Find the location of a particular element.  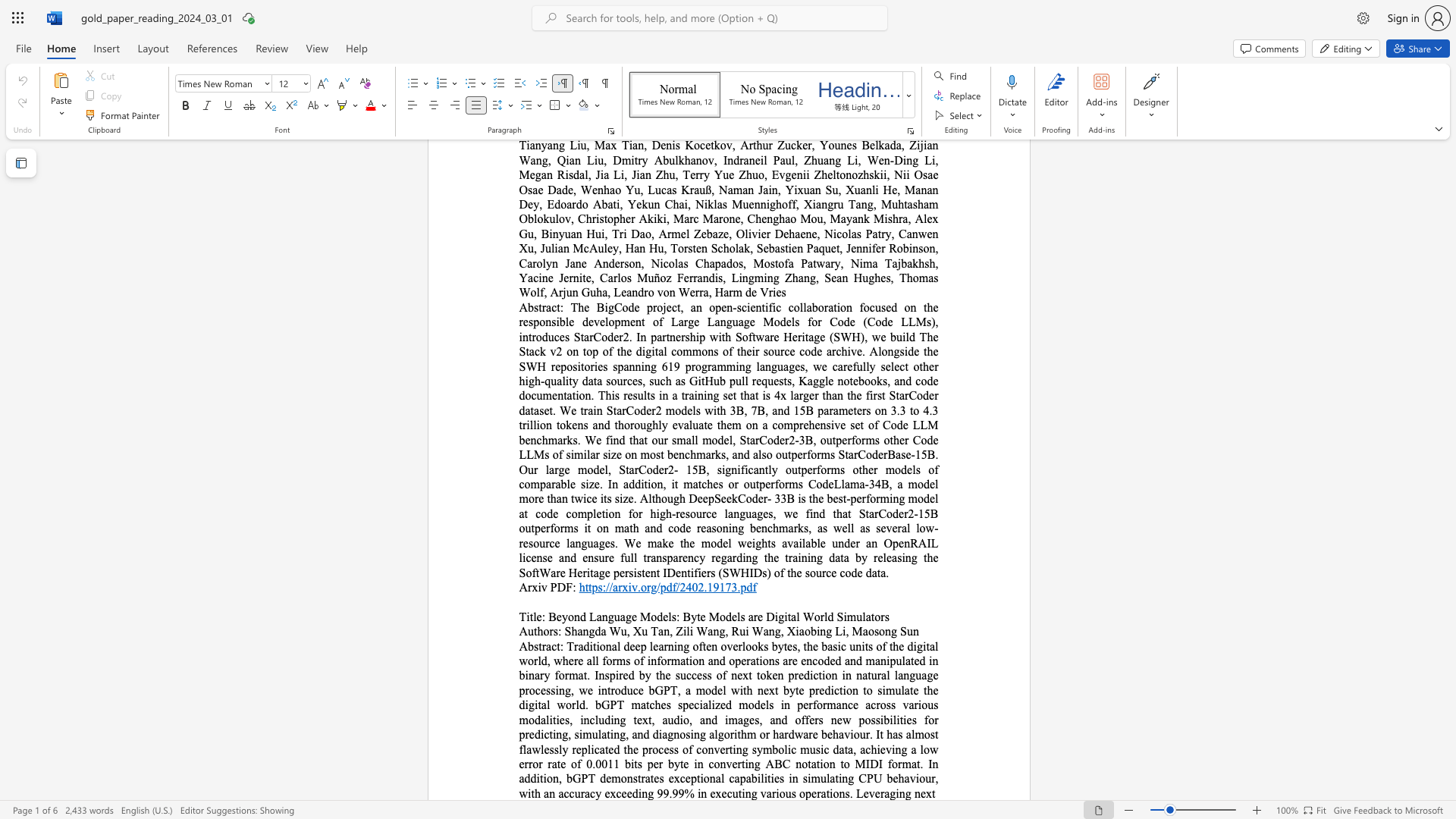

the subset text "te of 0.0011 bits per byte in converting ABC notation to MIDI format. In addition, bGPT demonstrates exceptional capabilities in simula" within the text "replicated the process of converting symbolic music data, achieving a low error rate of 0.0011 bits per byte in converting ABC notation to MIDI format. In addition, bGPT demonstrates exceptional capabilities in simulating CPU behaviour, with an accuracy exceeding 99.99% in executing various operations. Leveraging next" is located at coordinates (556, 764).